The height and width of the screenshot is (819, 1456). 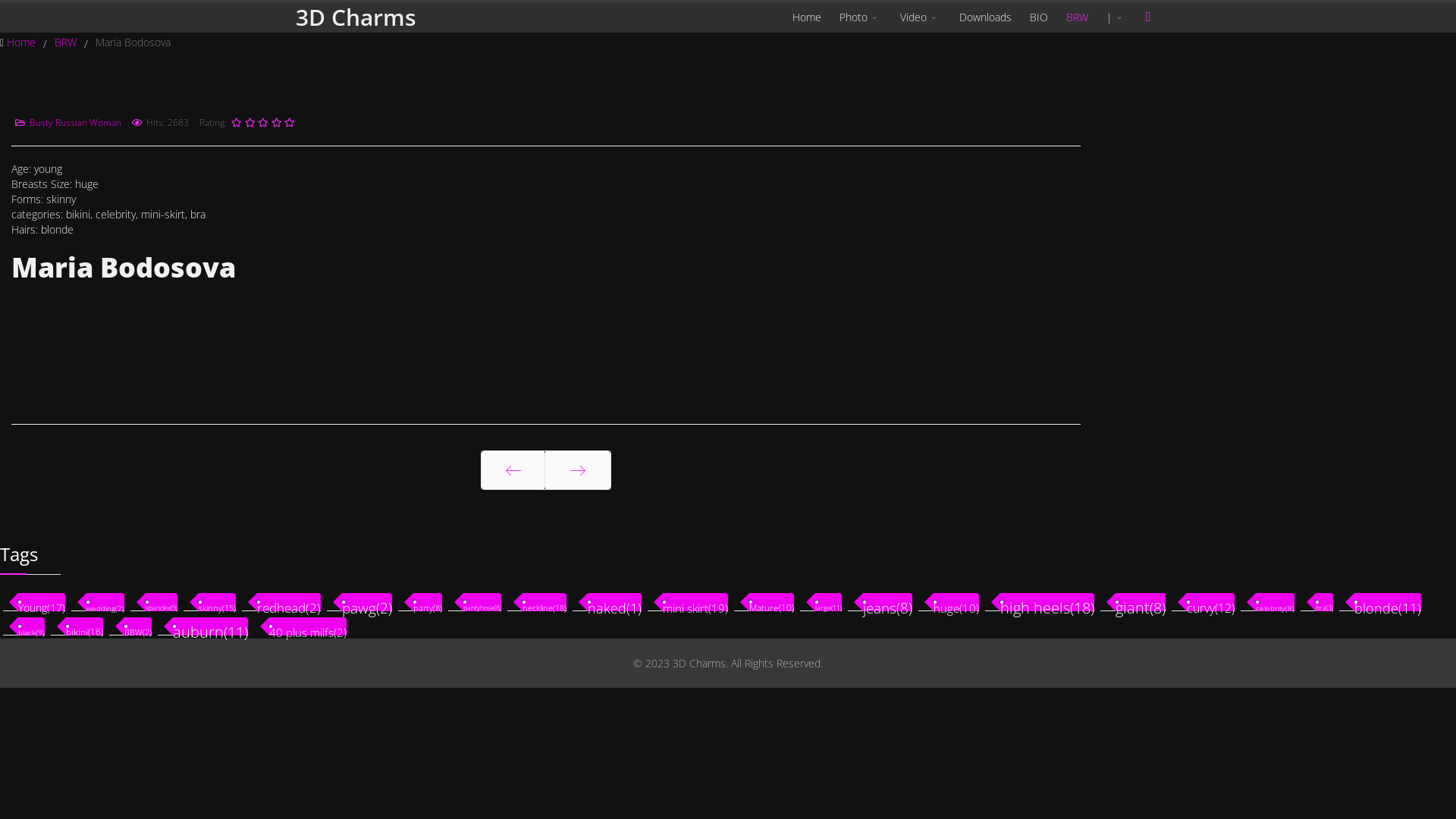 What do you see at coordinates (161, 601) in the screenshot?
I see `'spandex(9)'` at bounding box center [161, 601].